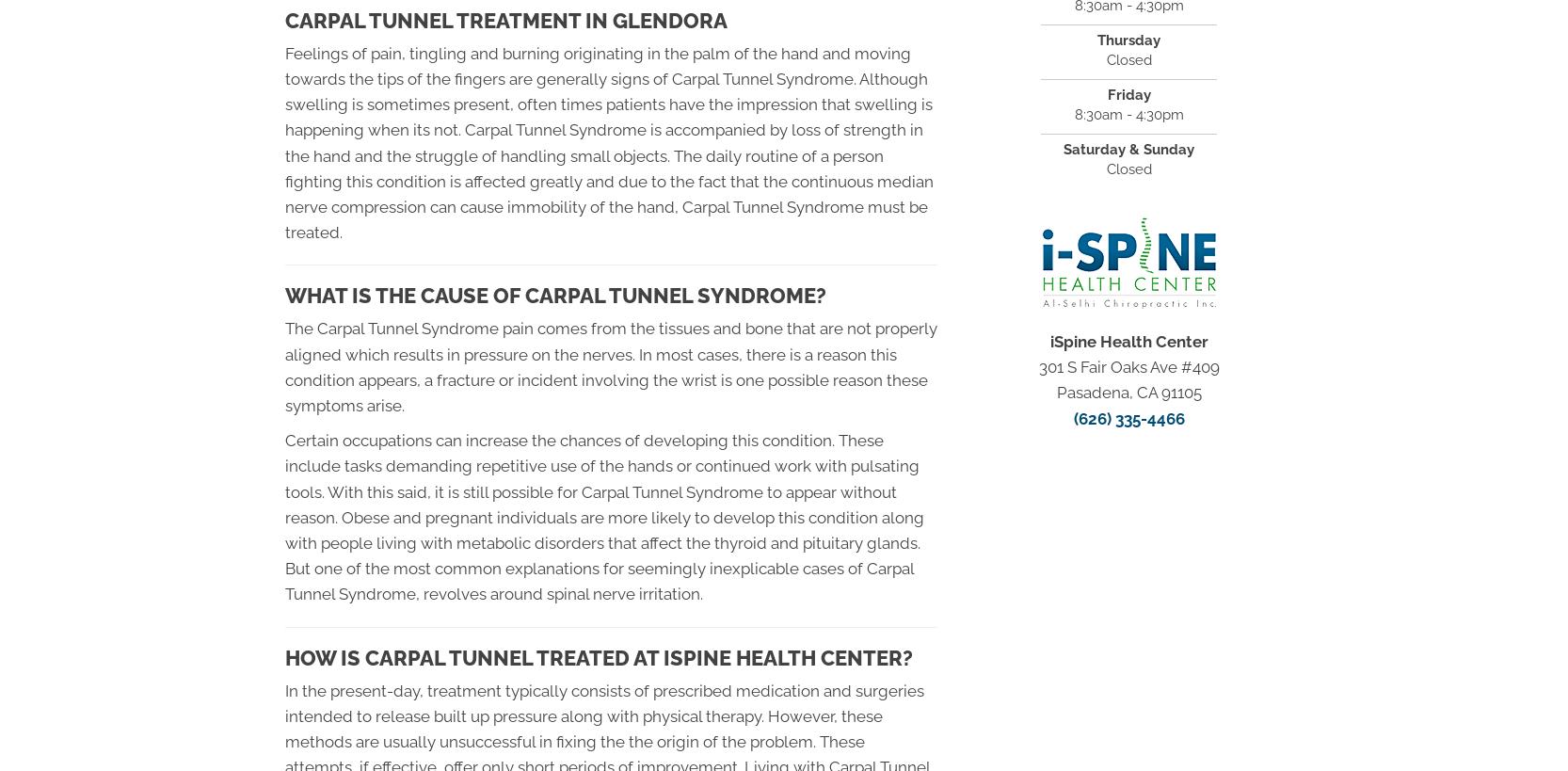 This screenshot has height=771, width=1568. Describe the element at coordinates (1128, 39) in the screenshot. I see `'Thursday'` at that location.